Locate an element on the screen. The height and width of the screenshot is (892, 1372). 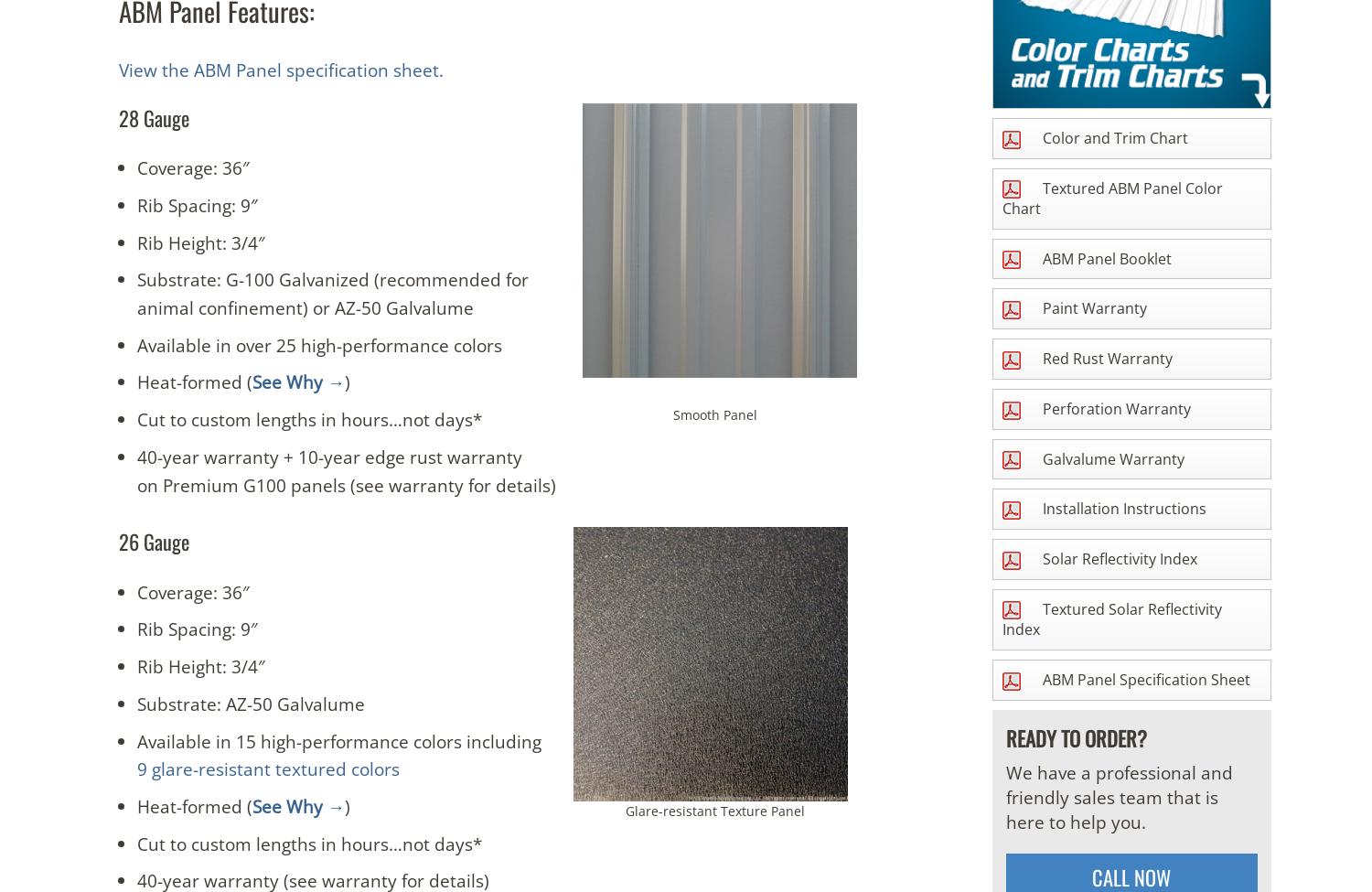
'26 Gauge' is located at coordinates (119, 541).